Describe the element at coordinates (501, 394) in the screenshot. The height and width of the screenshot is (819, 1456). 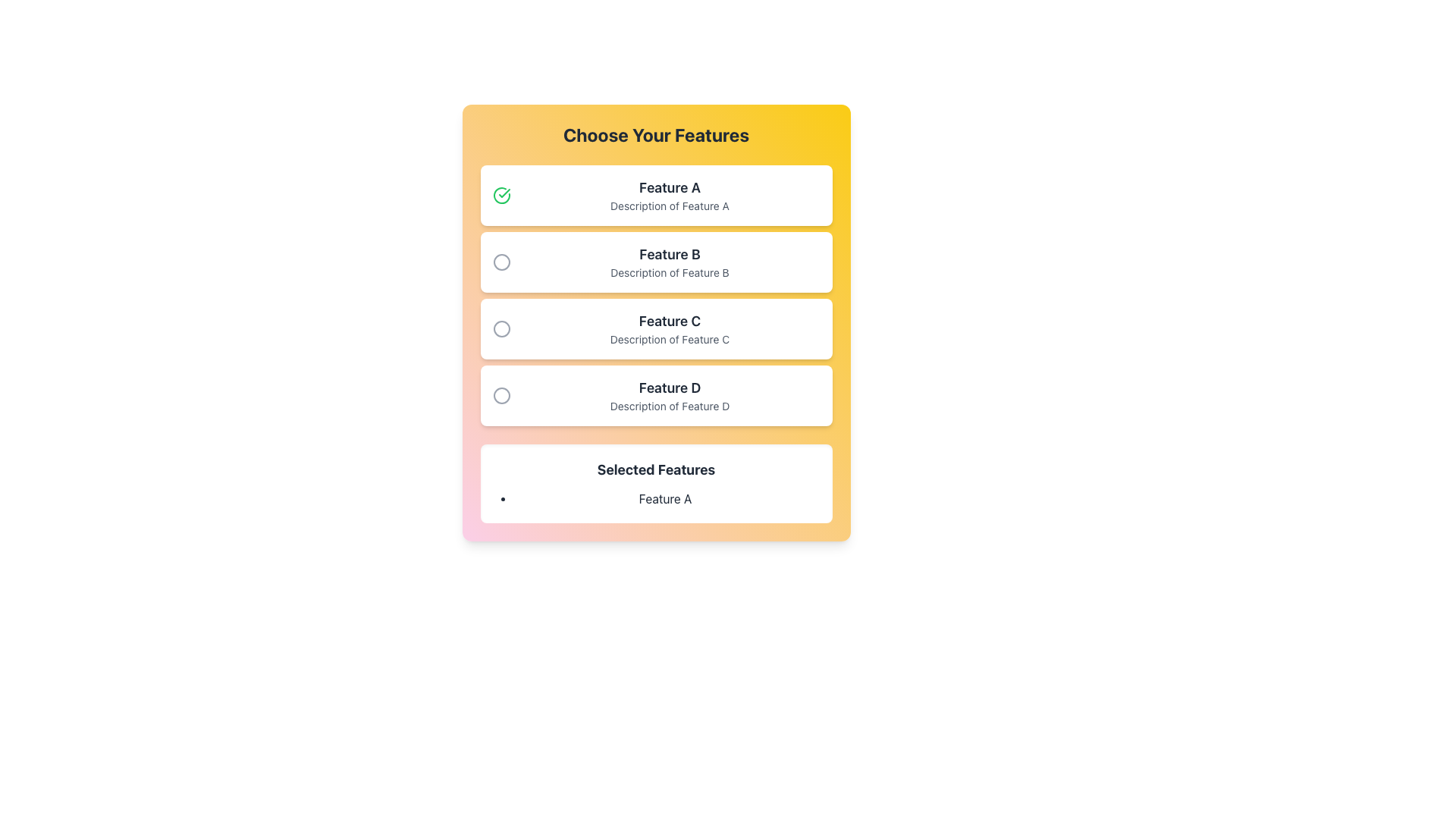
I see `the circular outline icon within the 'Feature D' option, which is visually identified by its gray color and noticeable width` at that location.